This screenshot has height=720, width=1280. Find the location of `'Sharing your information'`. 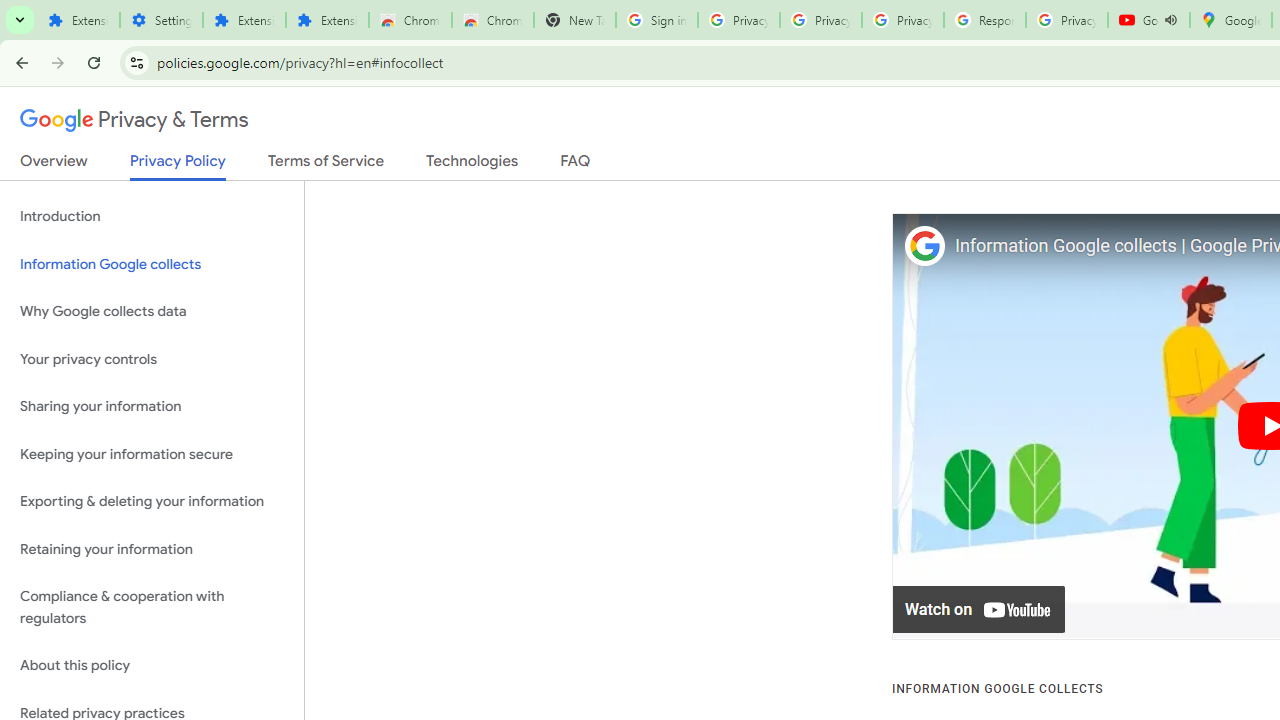

'Sharing your information' is located at coordinates (151, 406).